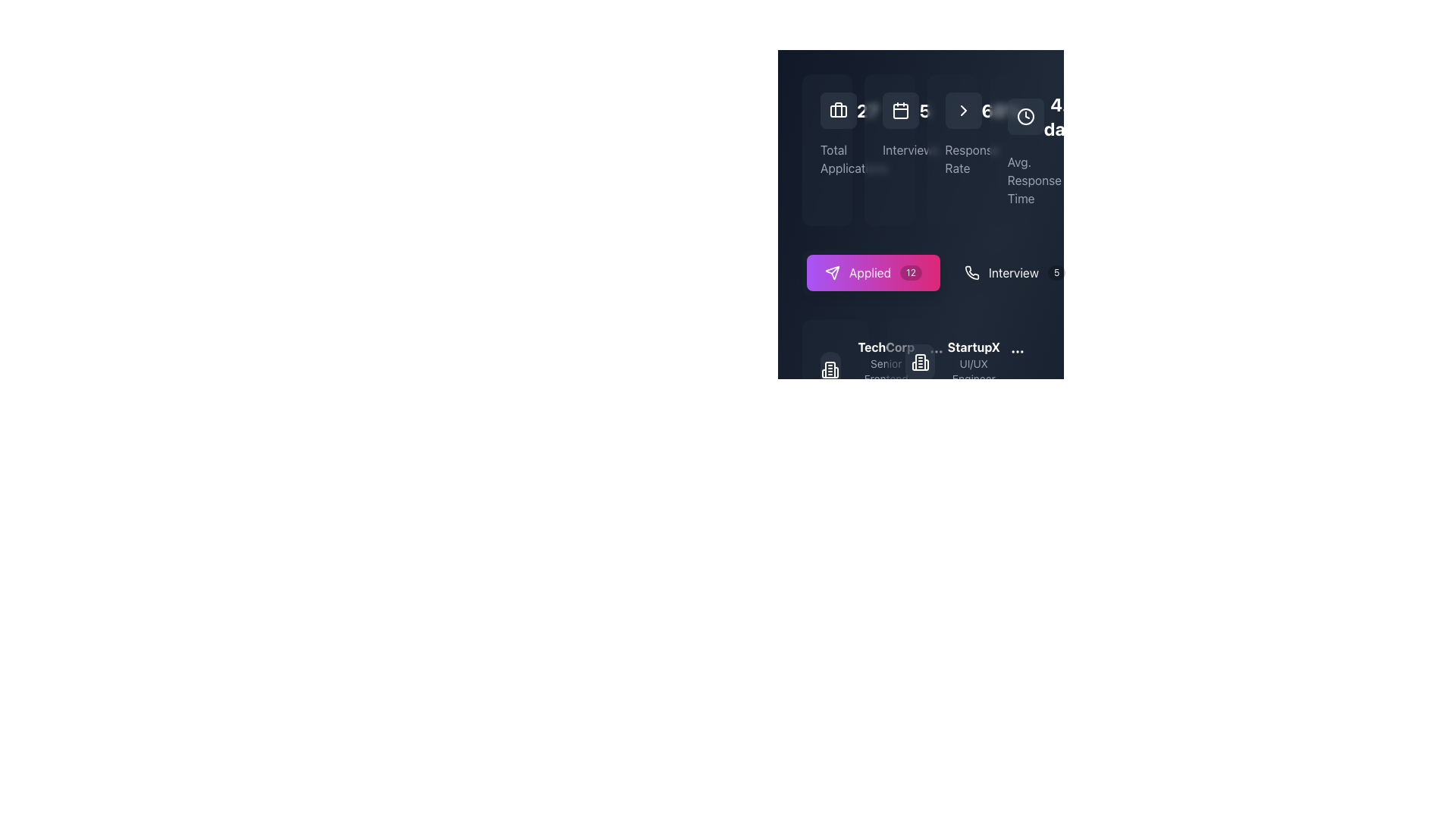 Image resolution: width=1456 pixels, height=819 pixels. What do you see at coordinates (974, 362) in the screenshot?
I see `the clickable informational card displaying 'StartupX' and 'UI/UX Engineer', which is the second item in the horizontal list of company and position information` at bounding box center [974, 362].